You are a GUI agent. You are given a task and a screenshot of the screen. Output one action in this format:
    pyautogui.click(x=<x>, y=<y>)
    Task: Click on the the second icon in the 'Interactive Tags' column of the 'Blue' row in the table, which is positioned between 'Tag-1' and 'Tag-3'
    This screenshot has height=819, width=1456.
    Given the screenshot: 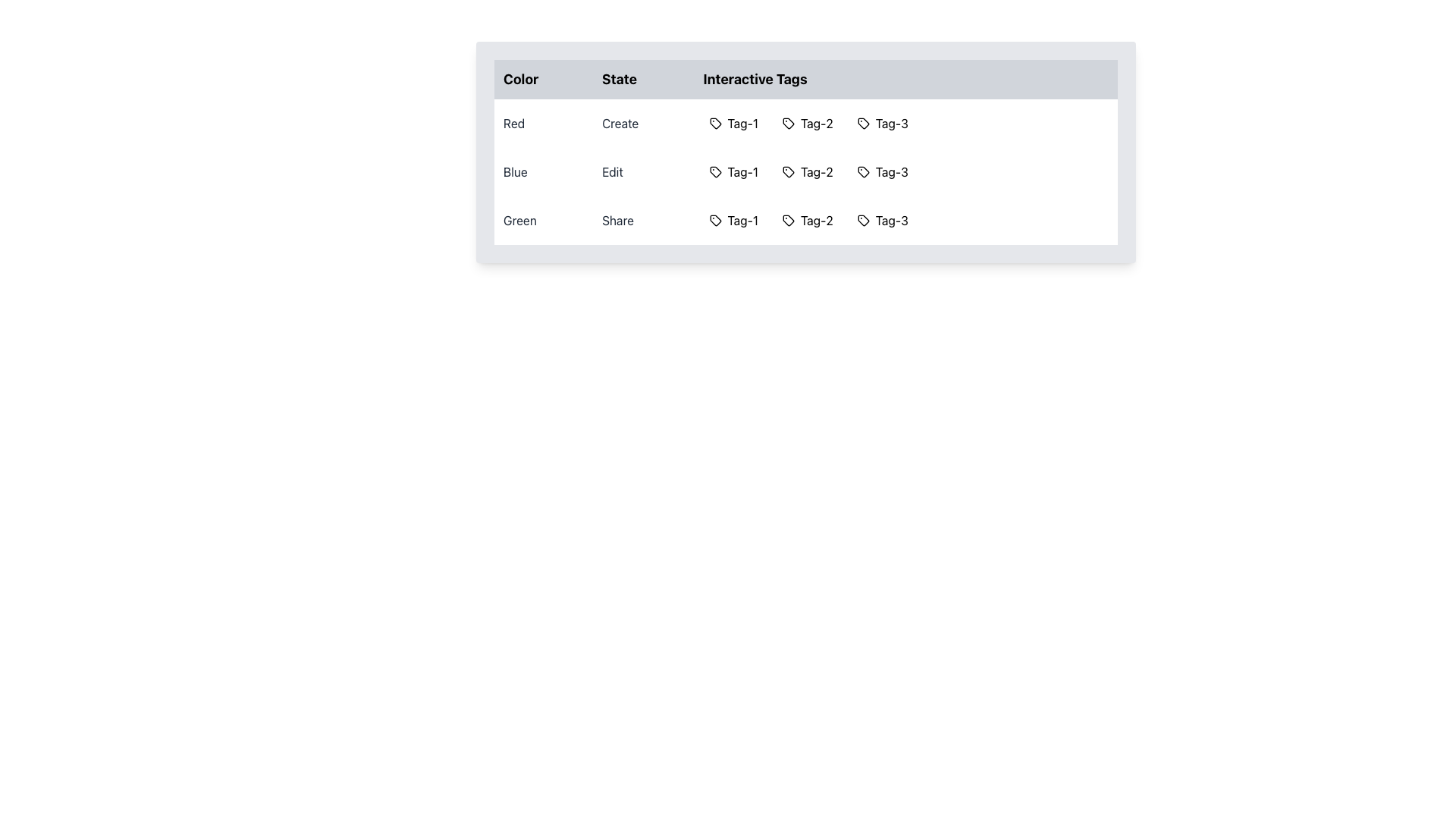 What is the action you would take?
    pyautogui.click(x=789, y=171)
    